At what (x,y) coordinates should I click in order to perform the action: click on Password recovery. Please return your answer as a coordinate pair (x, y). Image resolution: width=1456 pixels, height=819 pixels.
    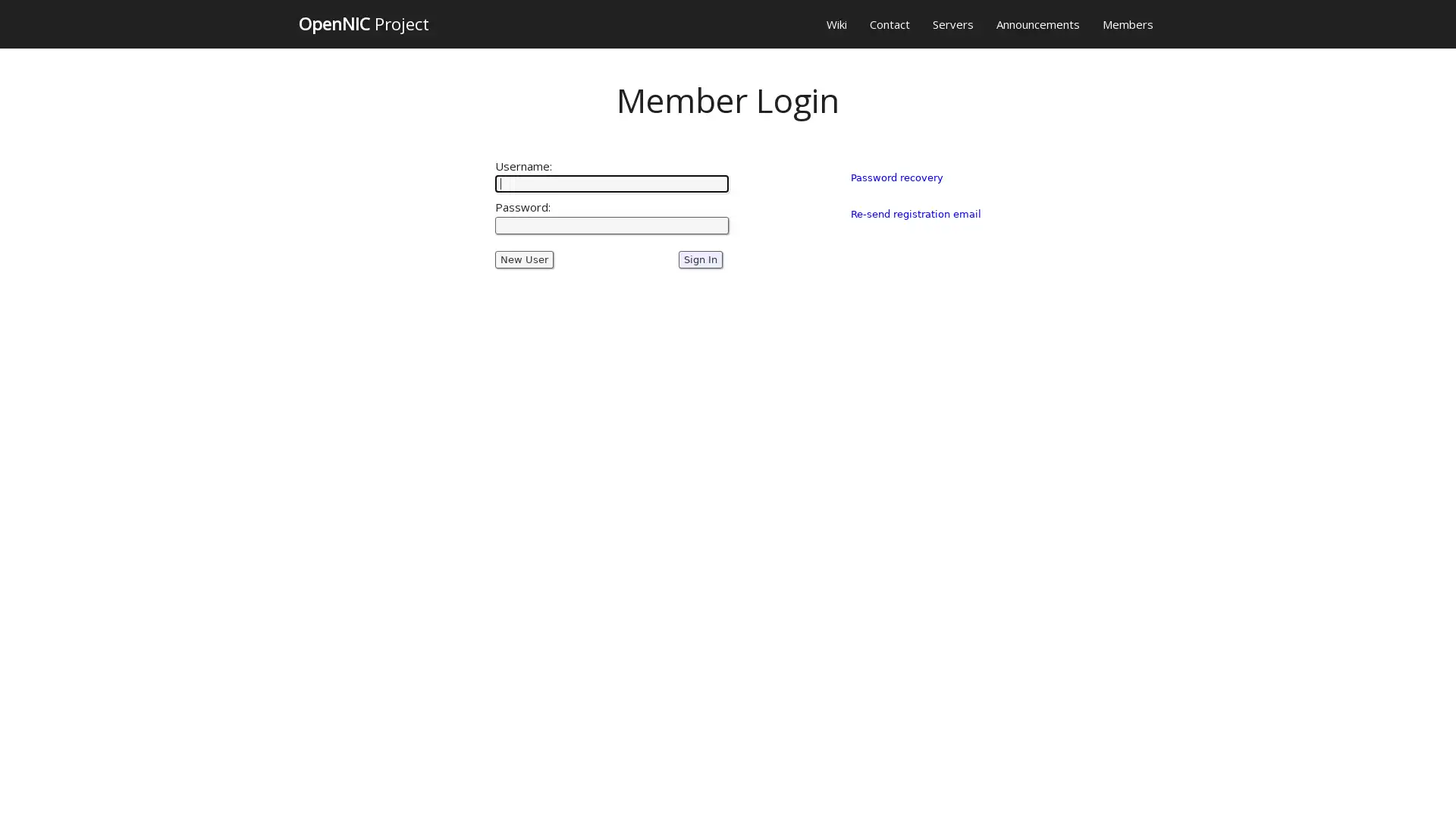
    Looking at the image, I should click on (896, 177).